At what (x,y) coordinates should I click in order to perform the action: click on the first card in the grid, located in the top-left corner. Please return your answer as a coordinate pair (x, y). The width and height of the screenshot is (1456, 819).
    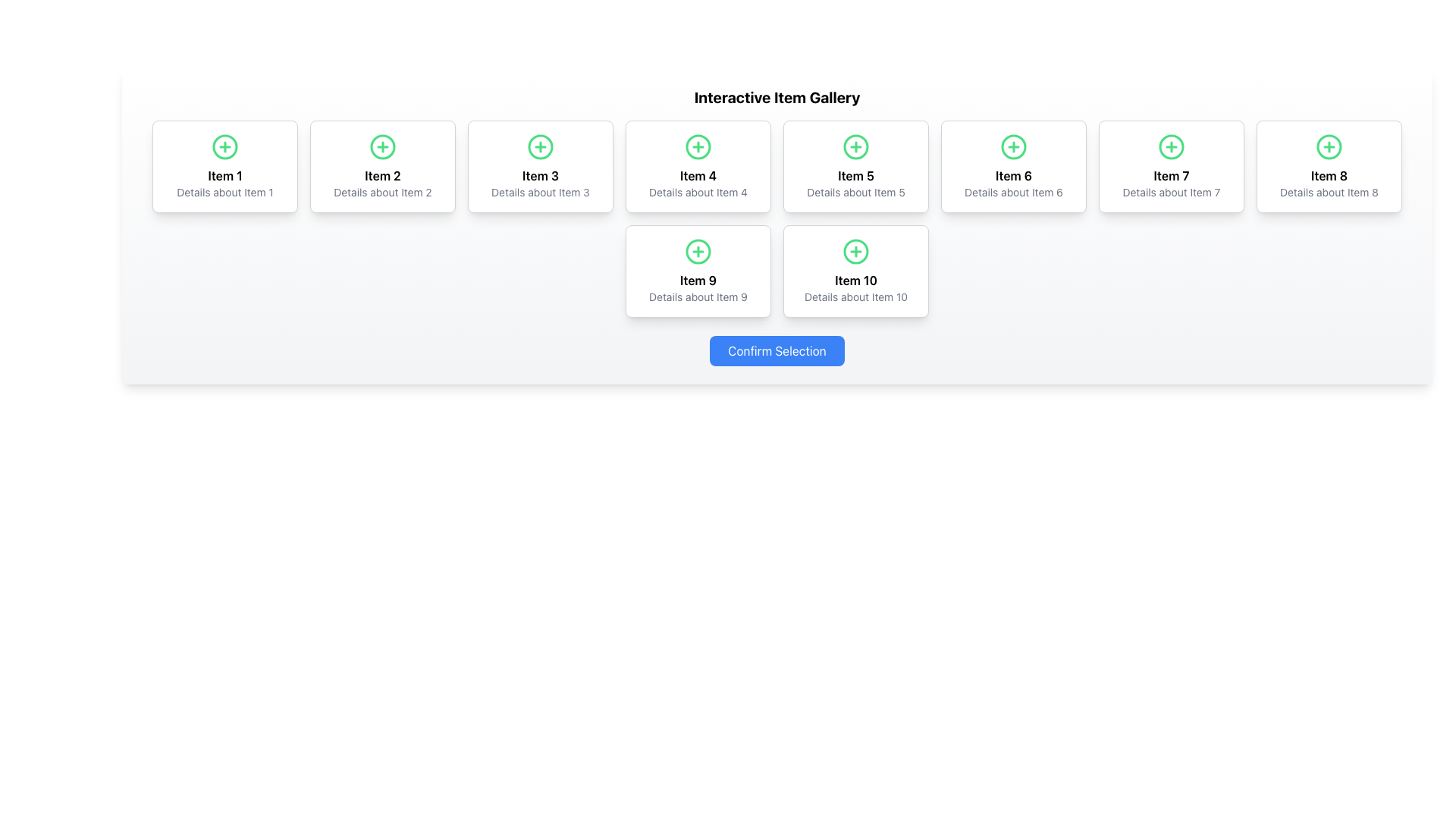
    Looking at the image, I should click on (224, 166).